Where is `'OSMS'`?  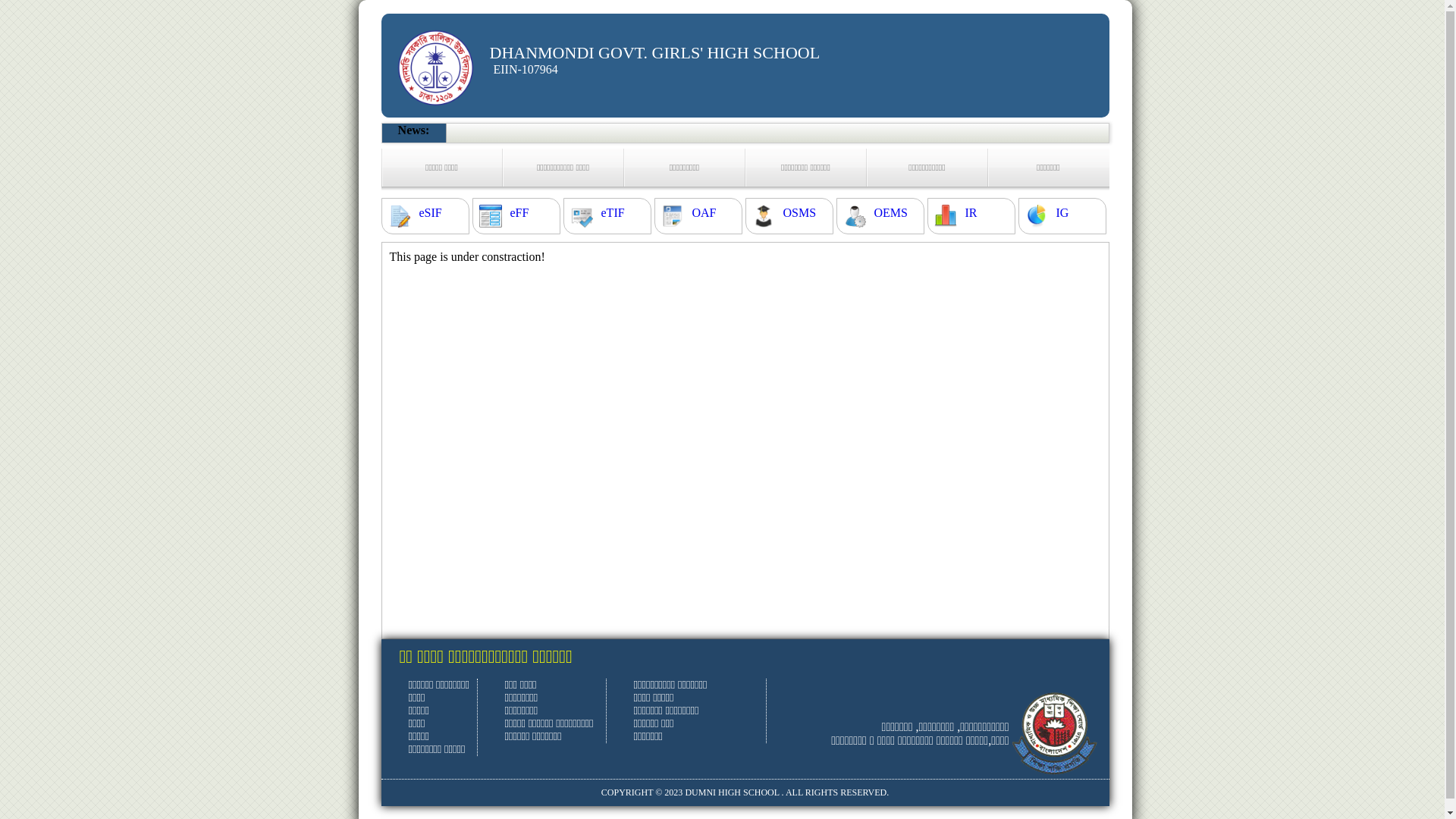 'OSMS' is located at coordinates (783, 213).